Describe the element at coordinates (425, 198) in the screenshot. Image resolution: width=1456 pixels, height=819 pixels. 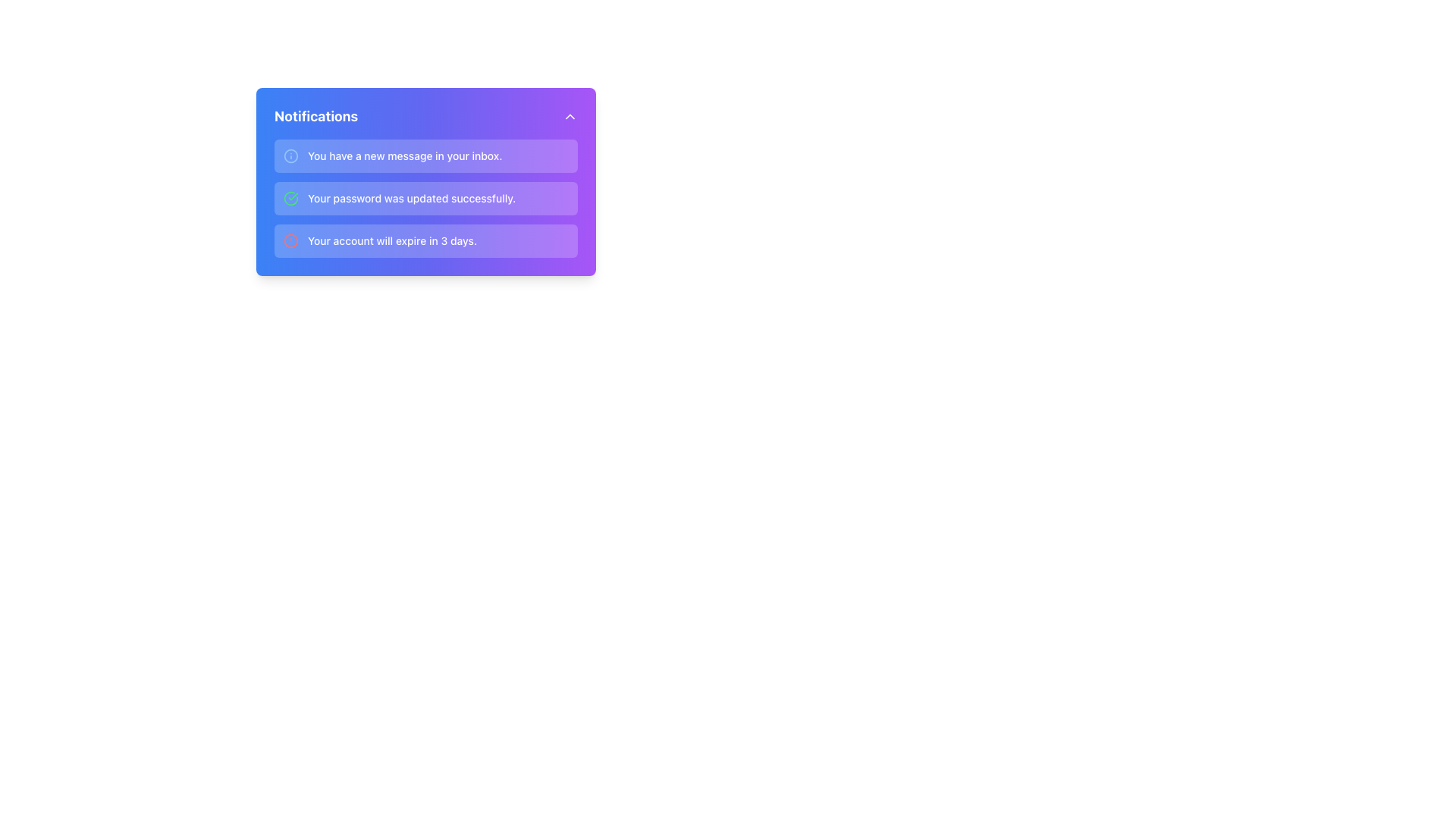
I see `the notification message box displaying 'Your password was updated successfully.' which is styled with a green checkmark icon on the left and has rounded corners` at that location.